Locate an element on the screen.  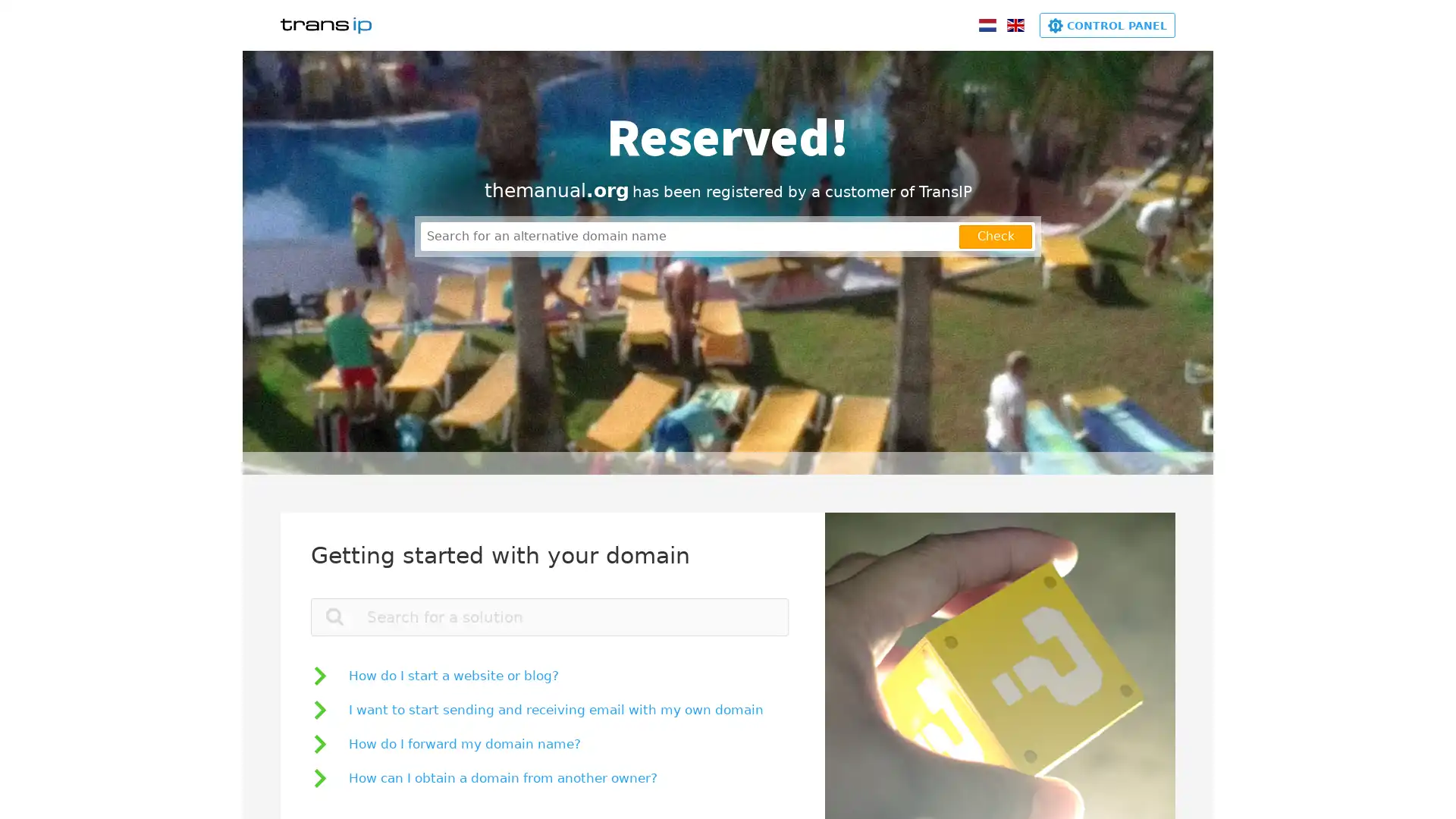
Check is located at coordinates (996, 236).